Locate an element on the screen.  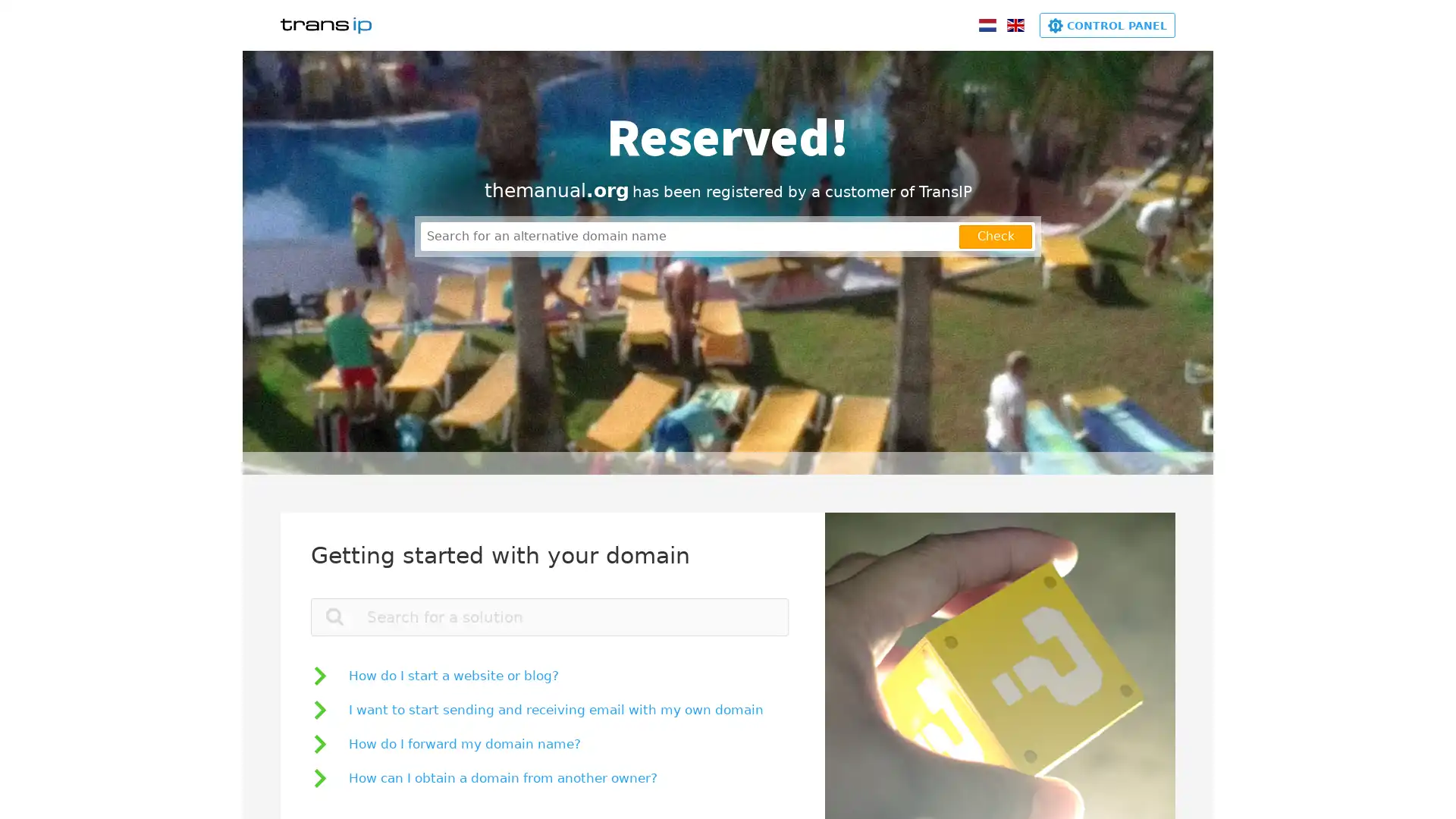
Check is located at coordinates (996, 236).